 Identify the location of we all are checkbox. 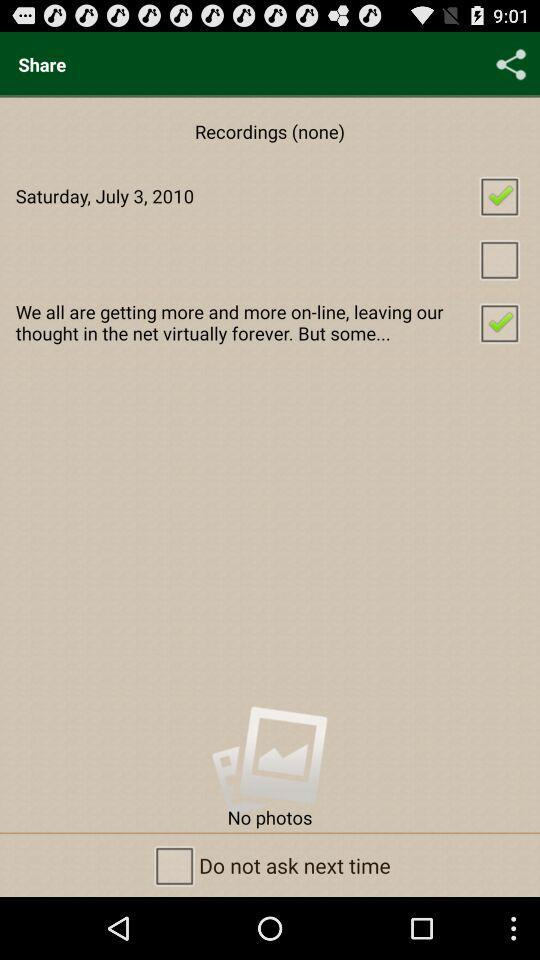
(270, 322).